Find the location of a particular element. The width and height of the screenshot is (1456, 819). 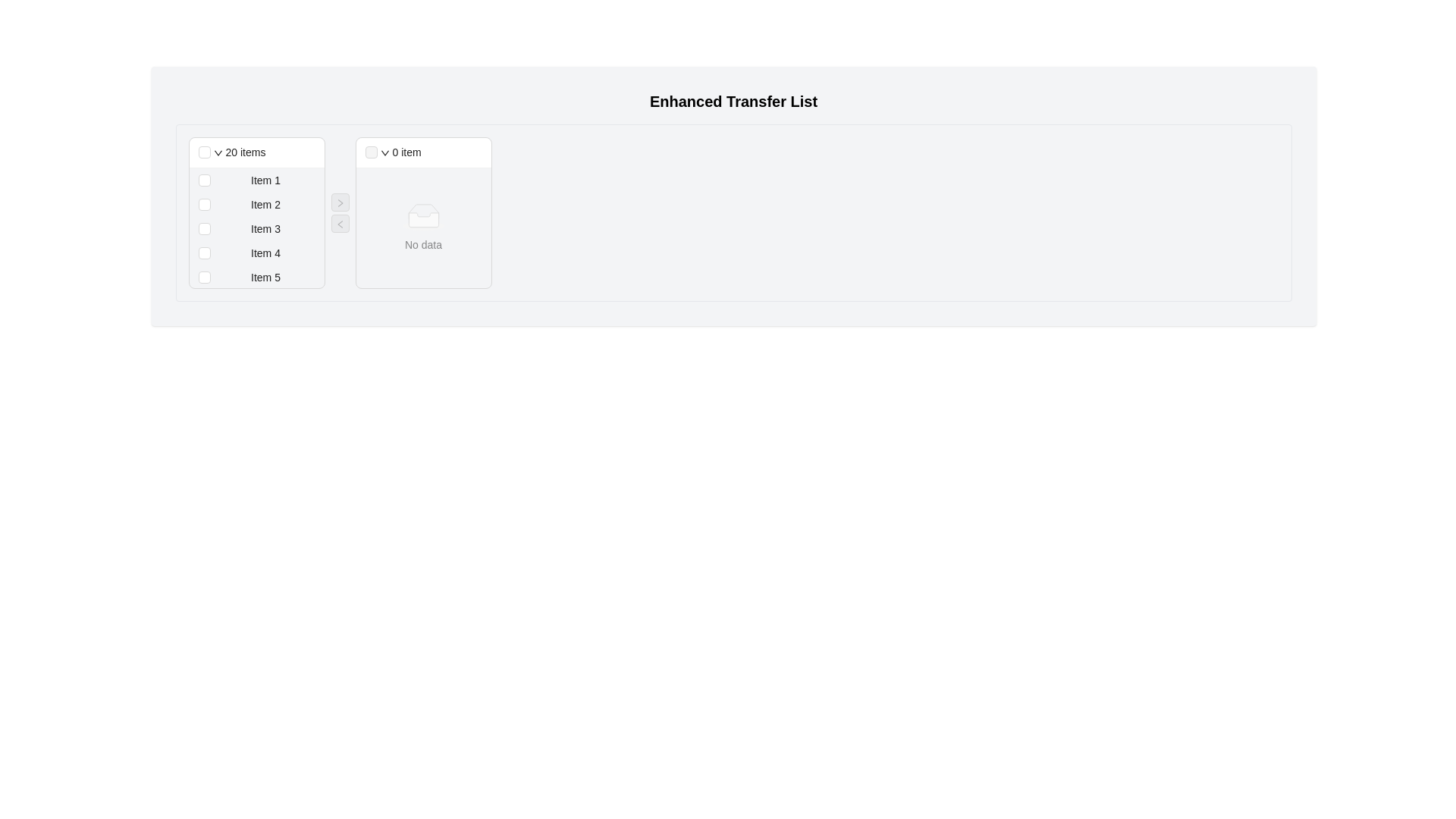

text content of the Text Label located in the fourth position of the vertical list in the left-side panel is located at coordinates (265, 253).